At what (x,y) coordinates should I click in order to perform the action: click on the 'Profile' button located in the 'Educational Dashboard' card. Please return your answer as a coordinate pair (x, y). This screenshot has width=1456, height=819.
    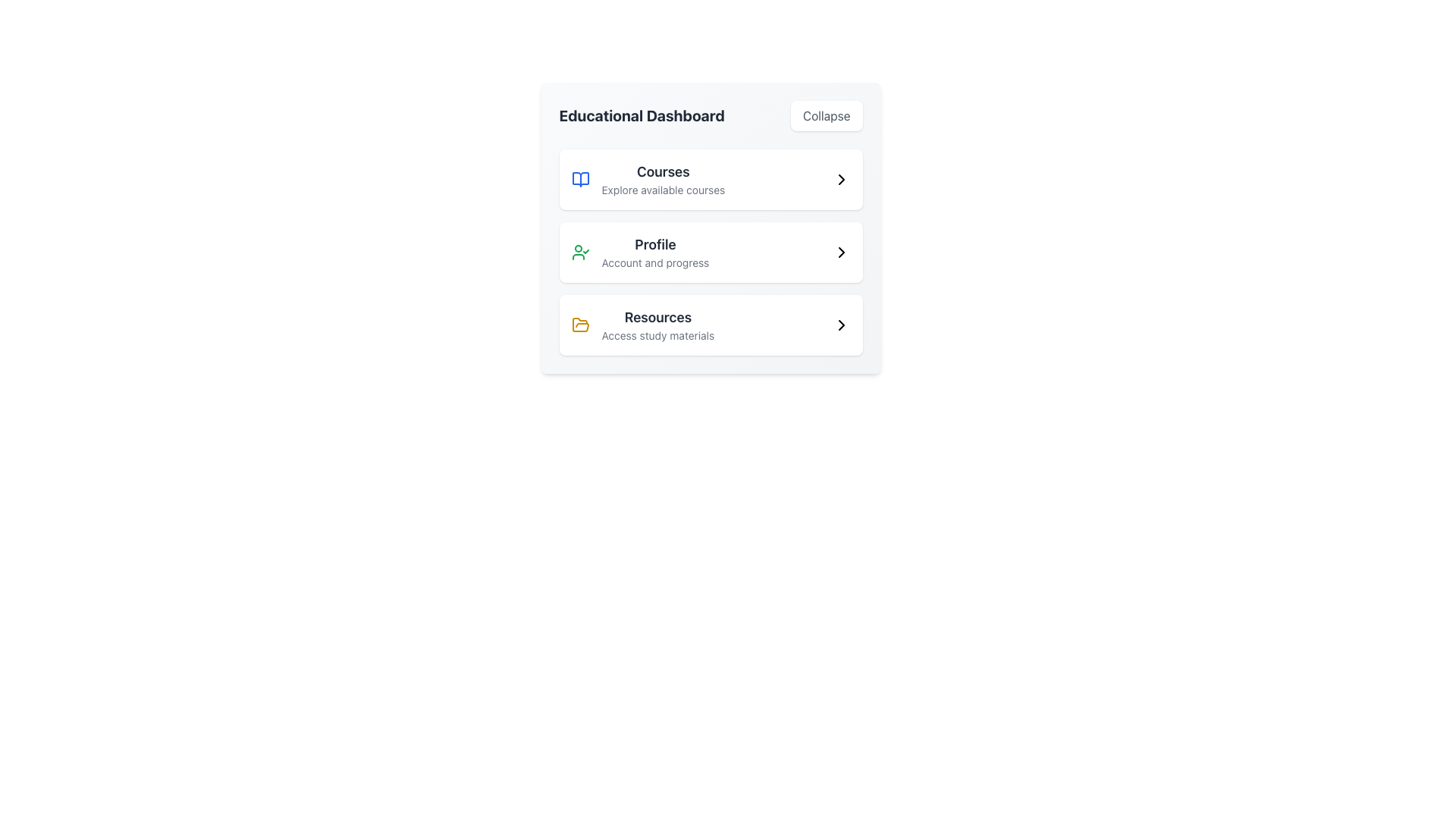
    Looking at the image, I should click on (710, 251).